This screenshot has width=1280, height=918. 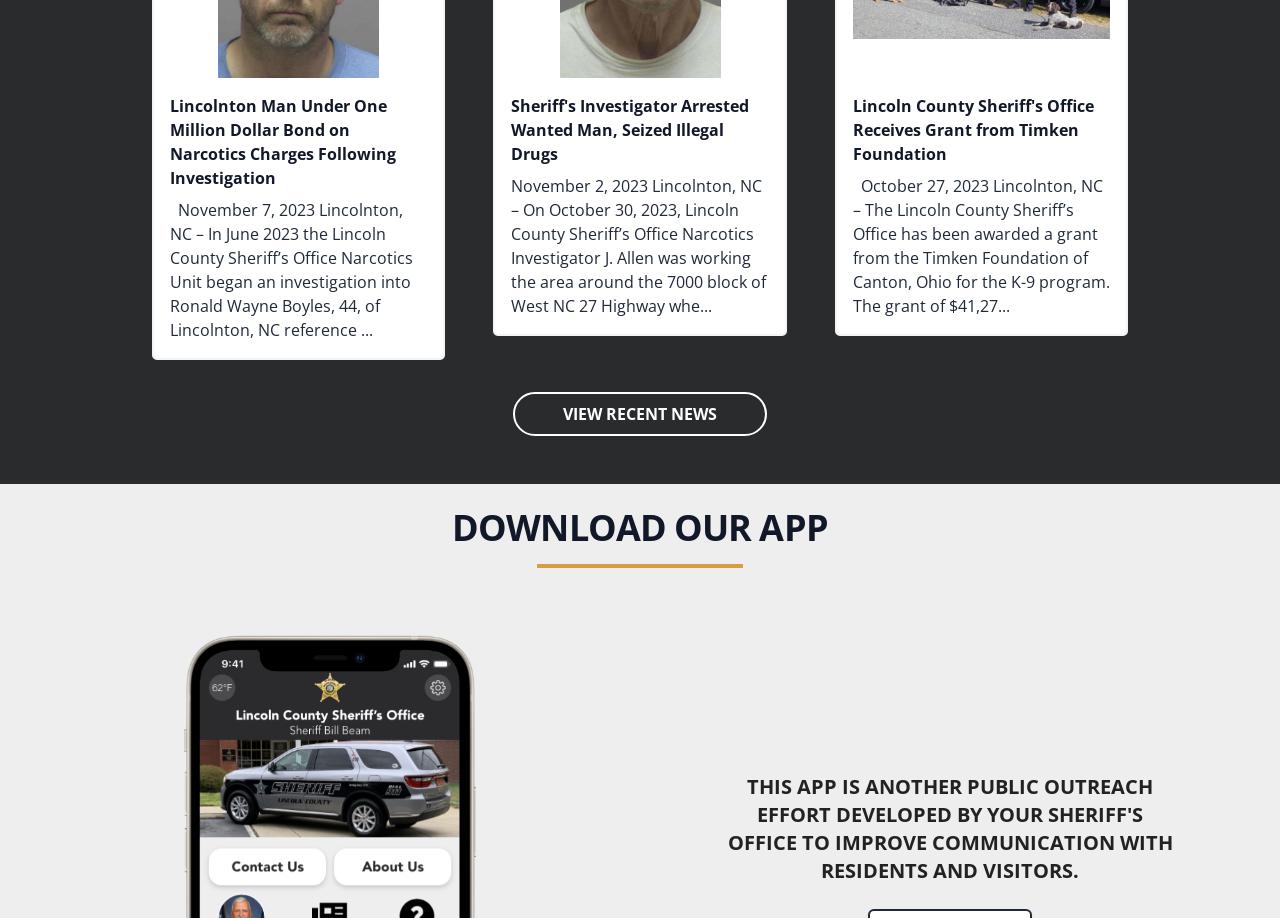 What do you see at coordinates (948, 827) in the screenshot?
I see `'This app is another public outreach effort developed by your Sheriff's office to improve communication with residents and visitors.'` at bounding box center [948, 827].